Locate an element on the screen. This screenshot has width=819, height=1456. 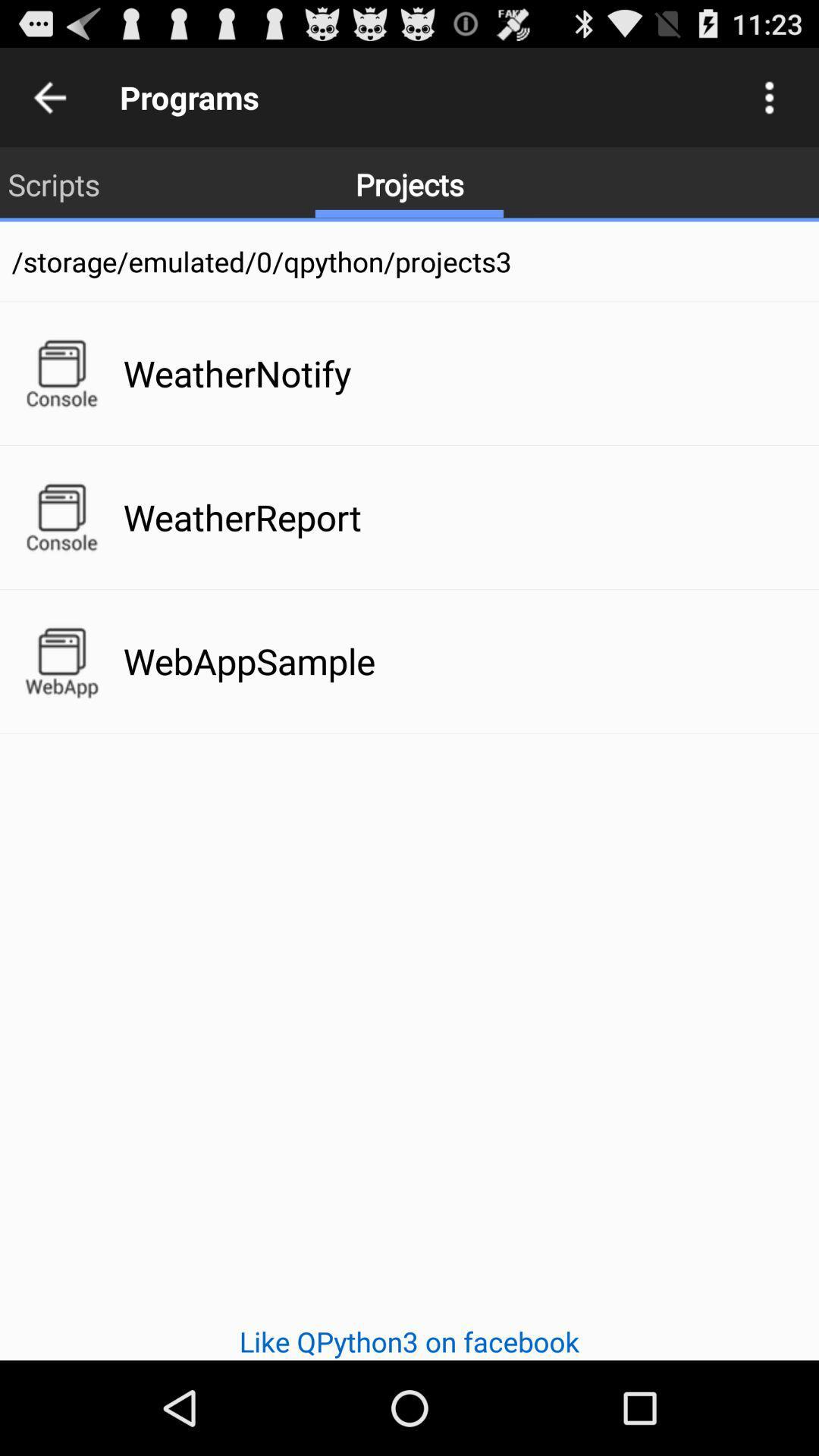
more details is located at coordinates (769, 96).